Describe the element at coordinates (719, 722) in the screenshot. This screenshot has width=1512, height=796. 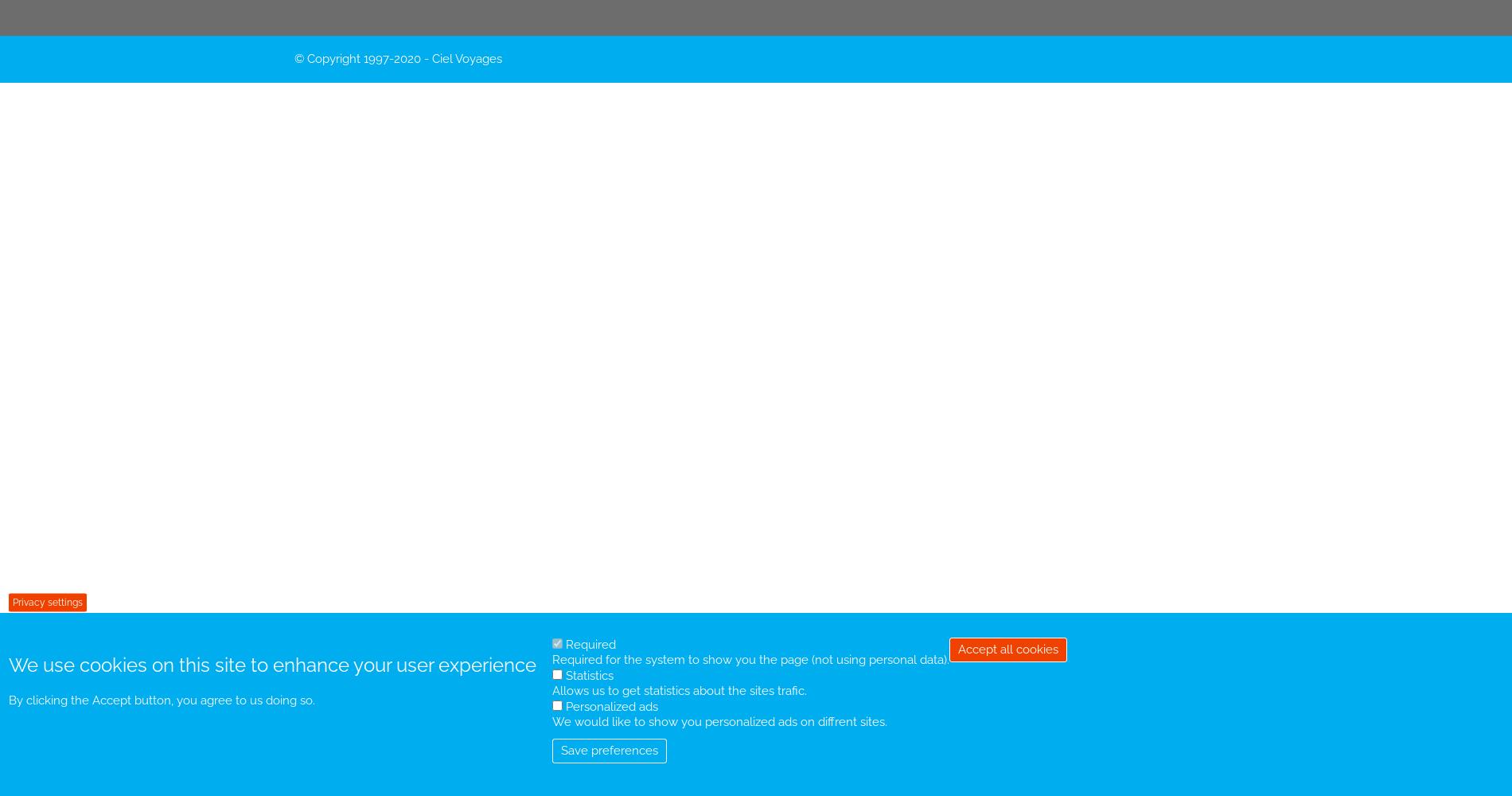
I see `'We would like to show you personalized ads on diffrent sites.'` at that location.